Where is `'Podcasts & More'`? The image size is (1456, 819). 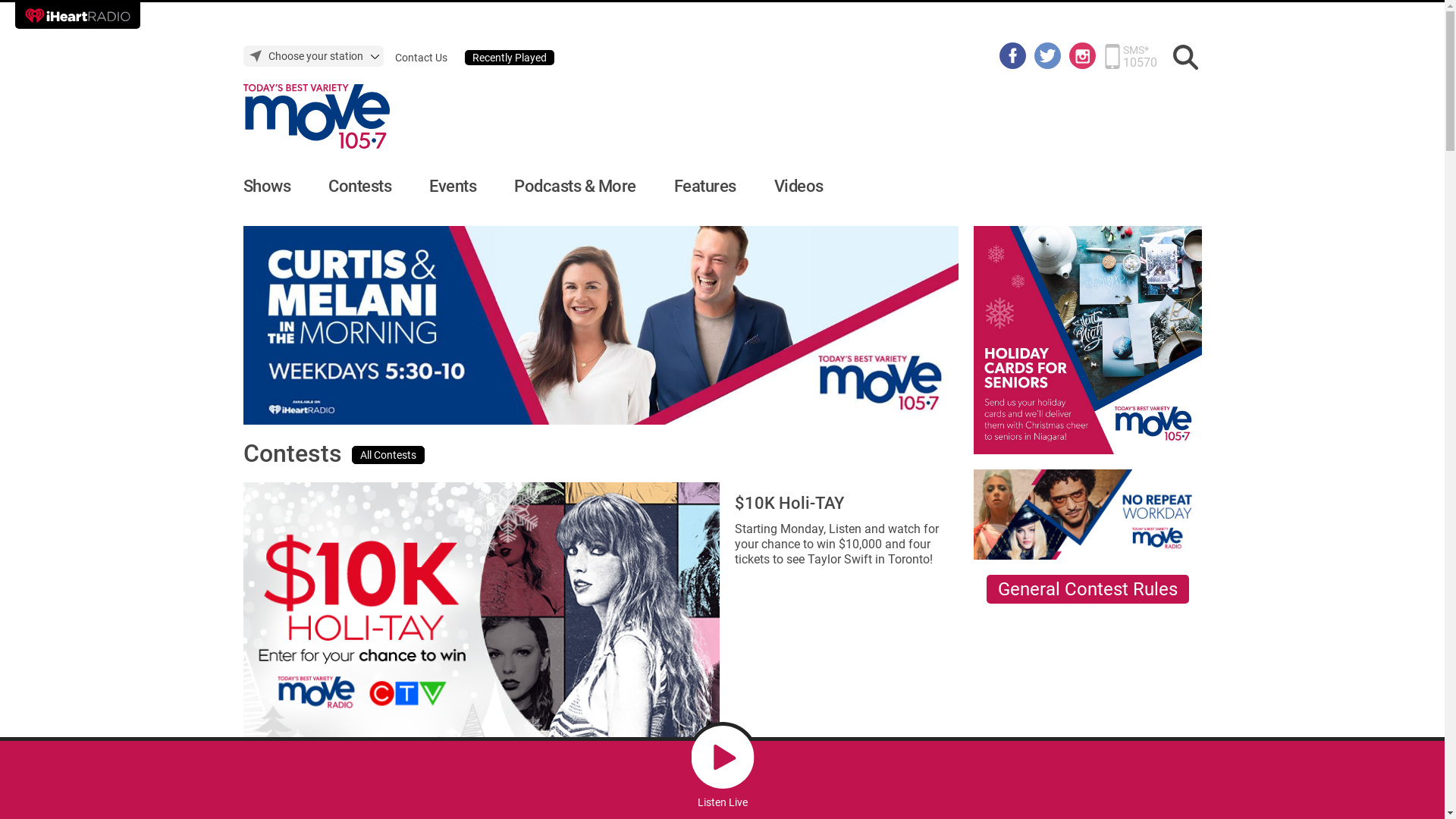 'Podcasts & More' is located at coordinates (574, 186).